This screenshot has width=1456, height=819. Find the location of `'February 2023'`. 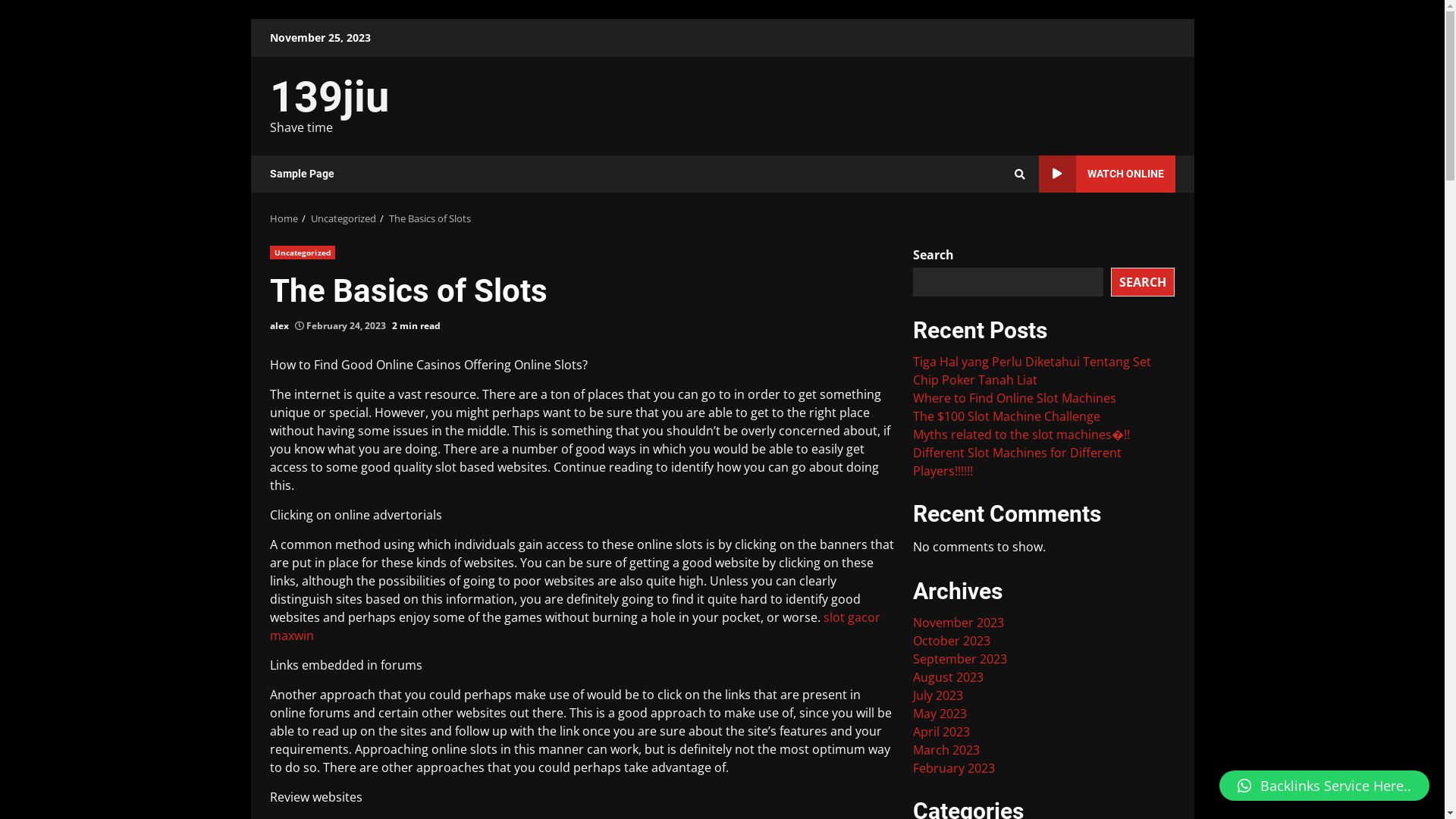

'February 2023' is located at coordinates (912, 768).